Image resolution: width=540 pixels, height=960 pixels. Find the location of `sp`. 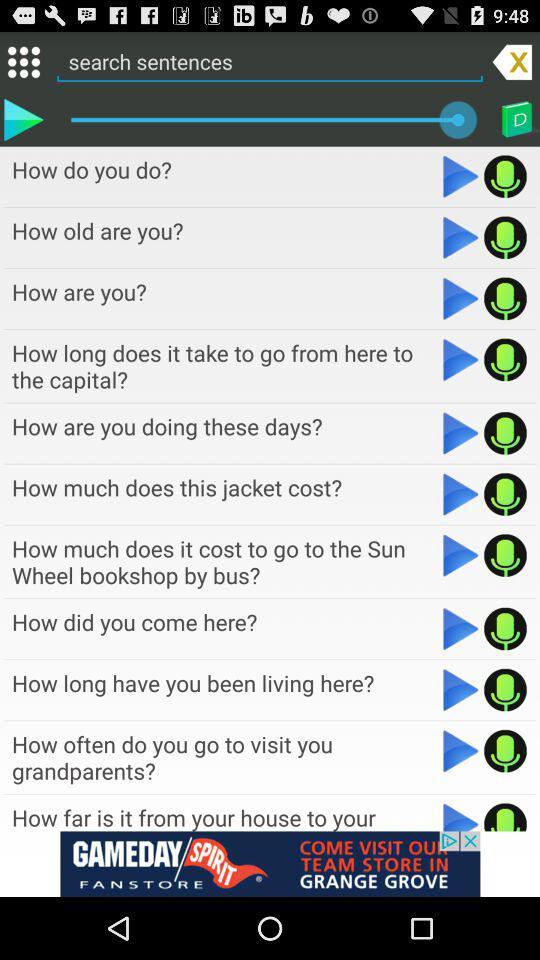

sp is located at coordinates (504, 175).